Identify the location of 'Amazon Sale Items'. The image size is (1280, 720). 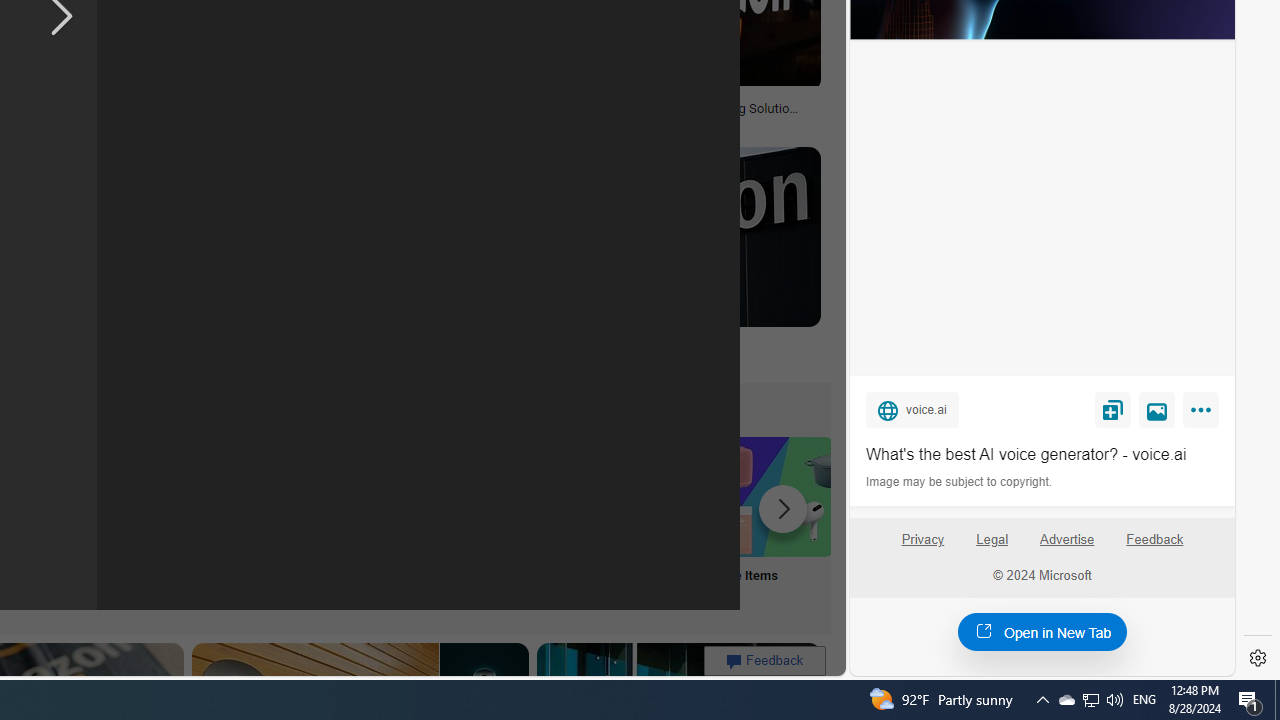
(774, 495).